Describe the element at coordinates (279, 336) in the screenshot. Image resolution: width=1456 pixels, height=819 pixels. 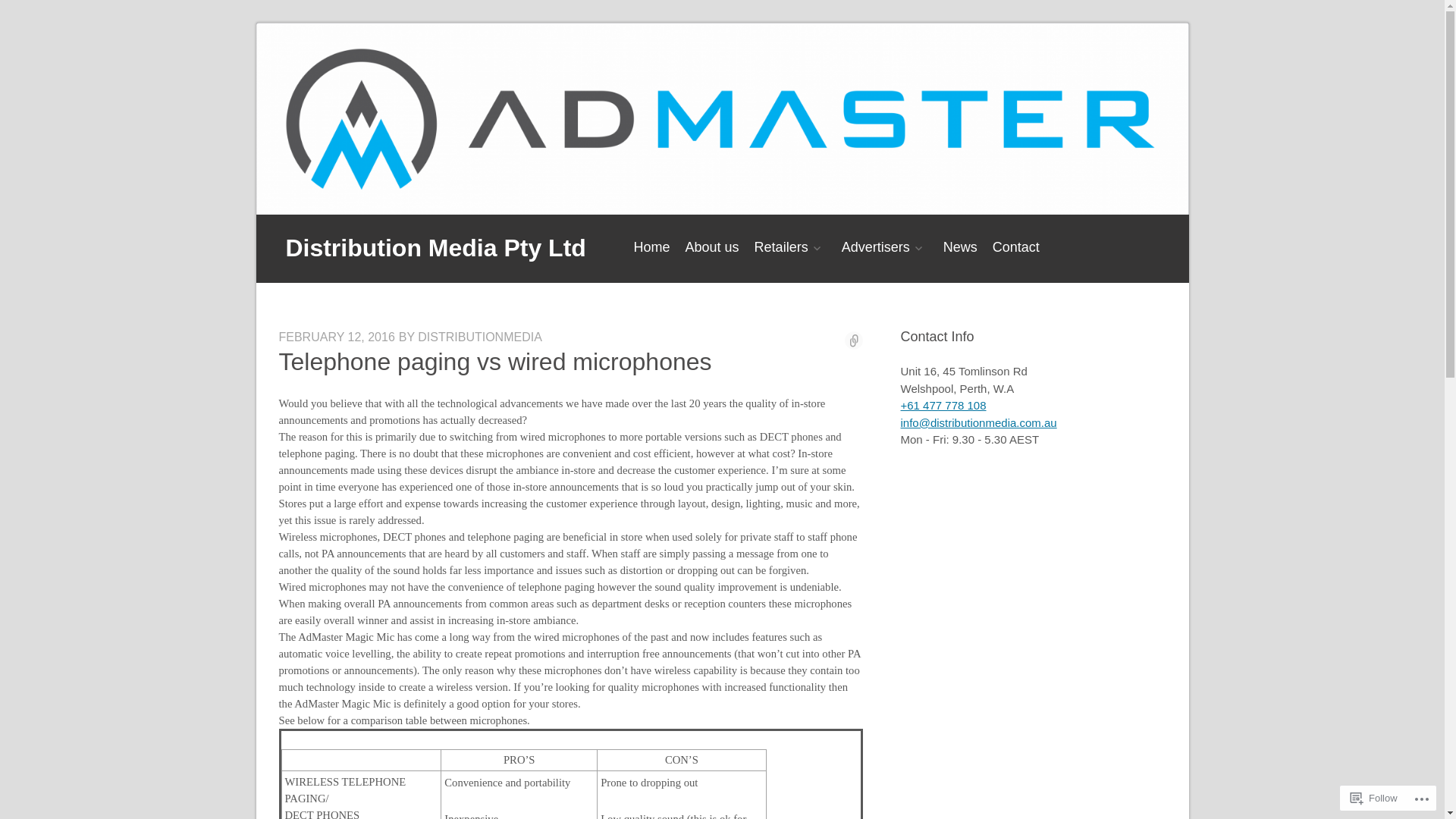
I see `'FEBRUARY 12, 2016'` at that location.